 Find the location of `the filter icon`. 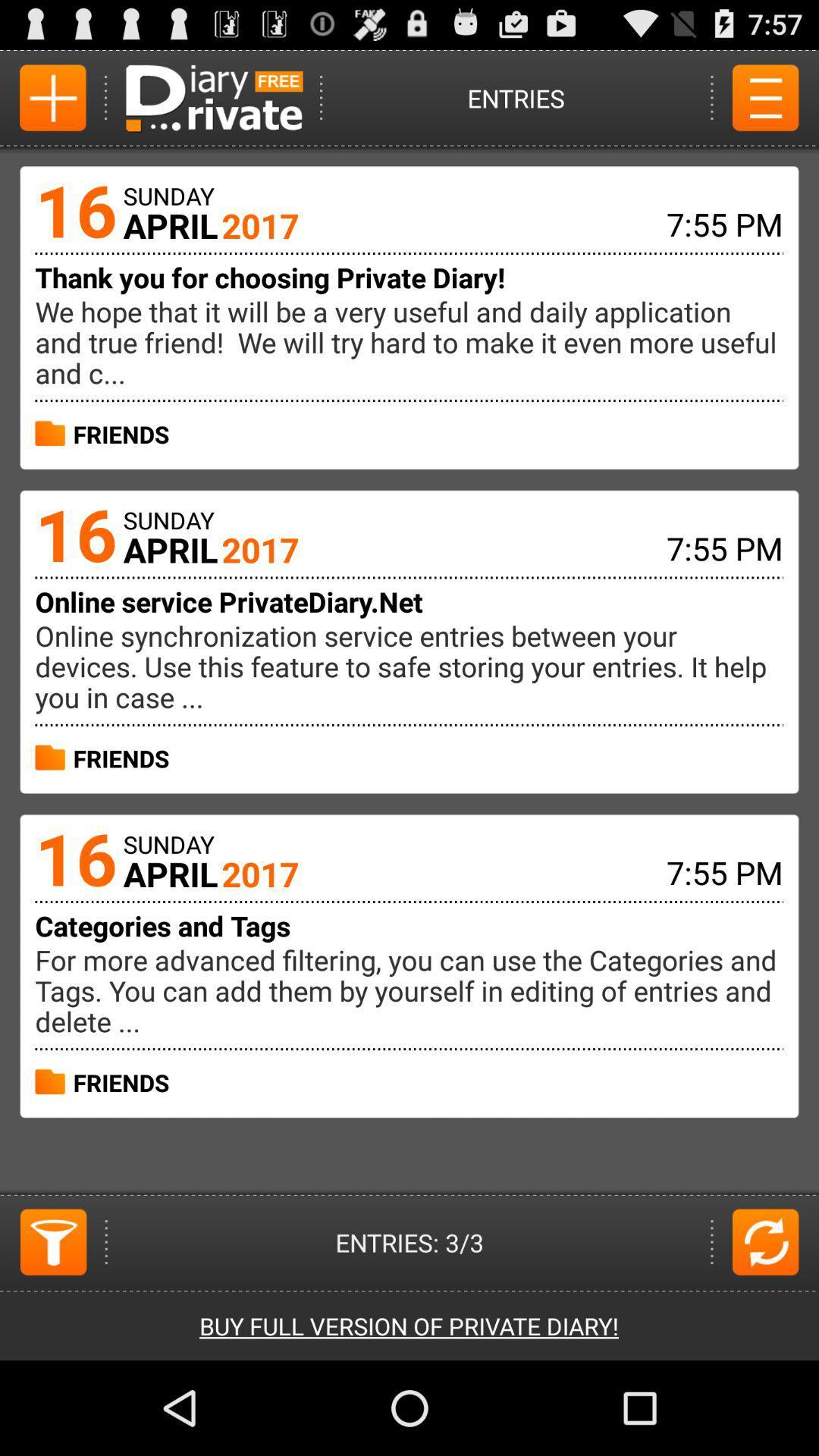

the filter icon is located at coordinates (52, 1329).